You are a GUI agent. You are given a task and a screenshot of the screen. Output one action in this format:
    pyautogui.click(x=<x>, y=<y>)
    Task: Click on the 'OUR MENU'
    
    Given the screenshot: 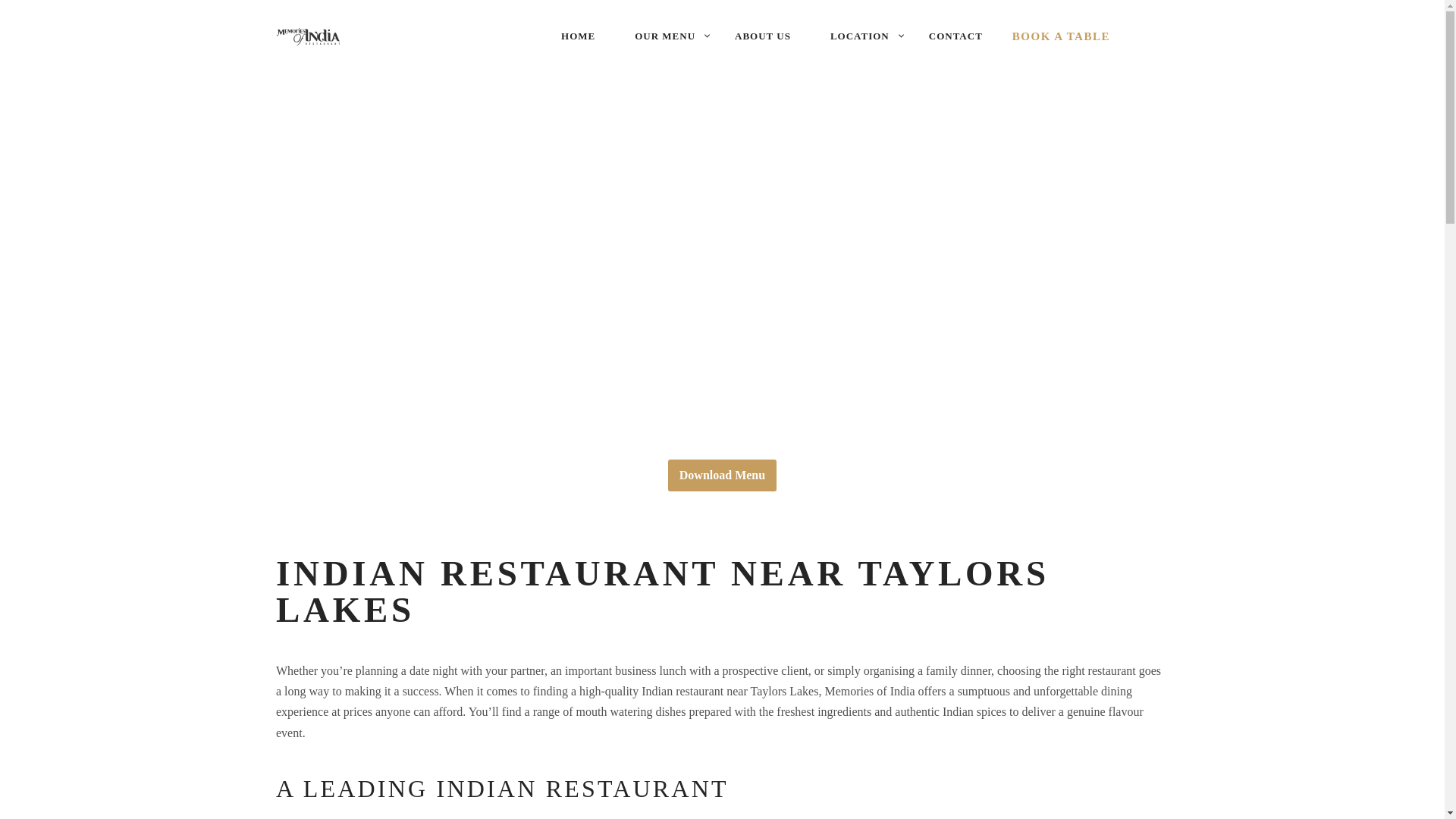 What is the action you would take?
    pyautogui.click(x=665, y=35)
    